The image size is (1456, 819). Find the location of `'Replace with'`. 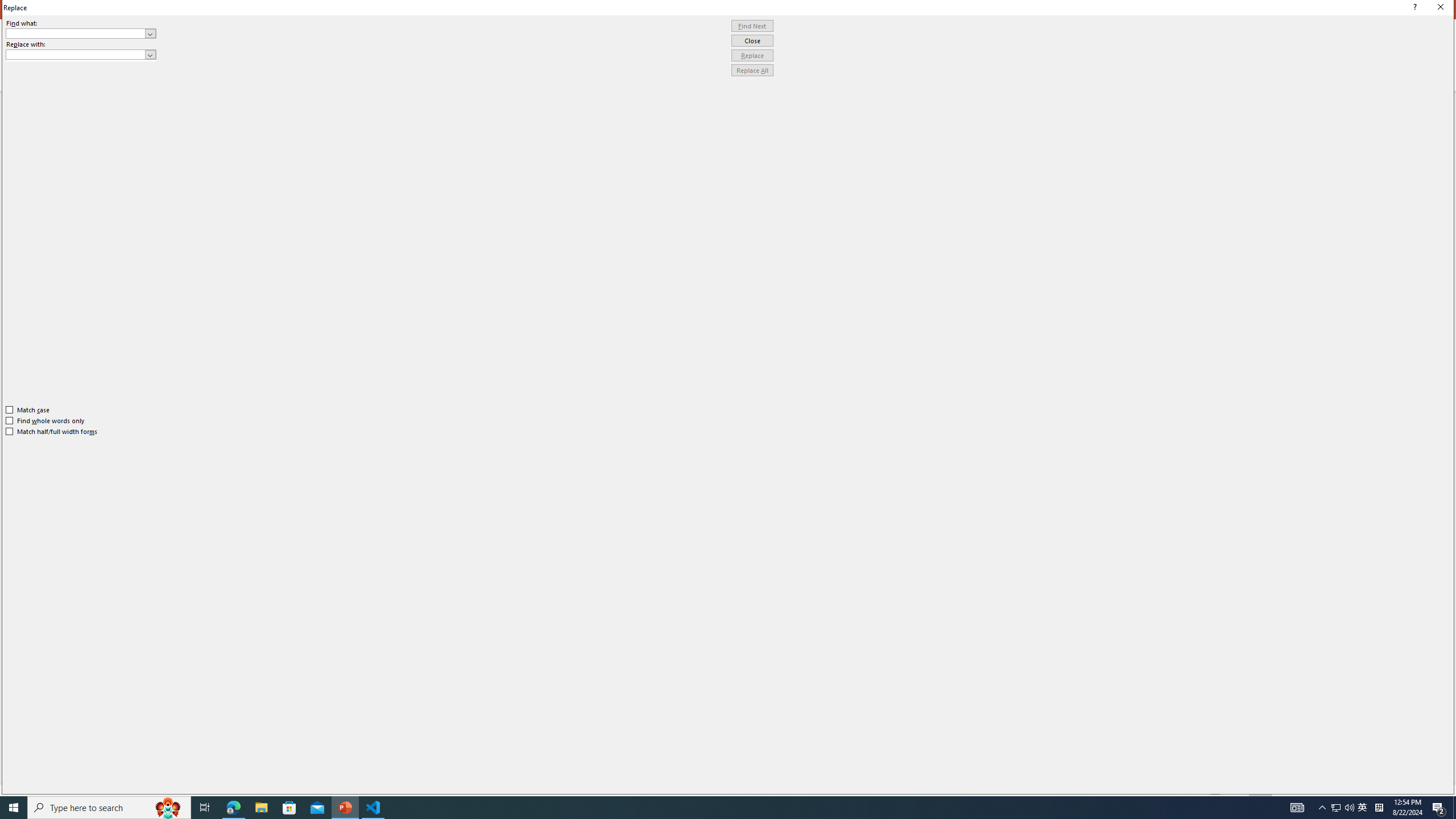

'Replace with' is located at coordinates (76, 54).